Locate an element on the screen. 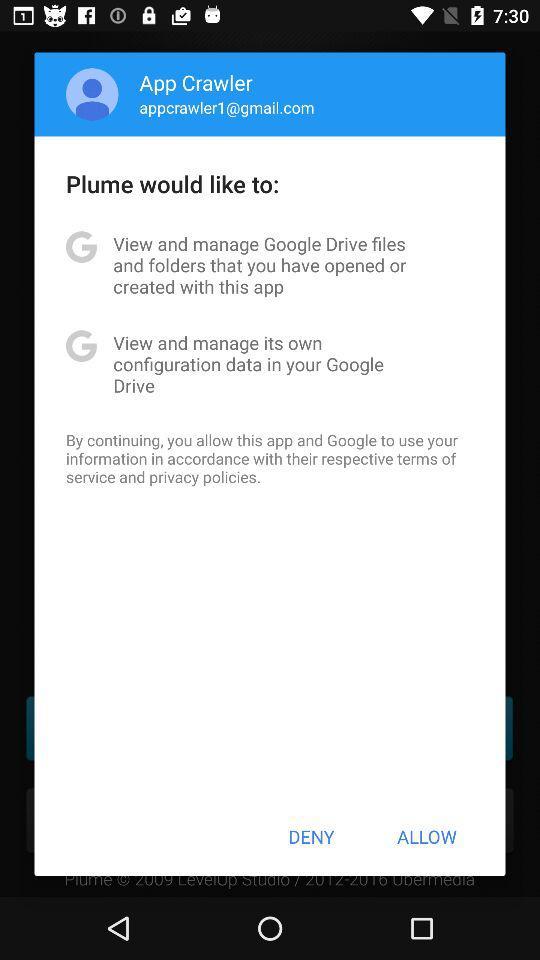  item above the plume would like is located at coordinates (226, 107).